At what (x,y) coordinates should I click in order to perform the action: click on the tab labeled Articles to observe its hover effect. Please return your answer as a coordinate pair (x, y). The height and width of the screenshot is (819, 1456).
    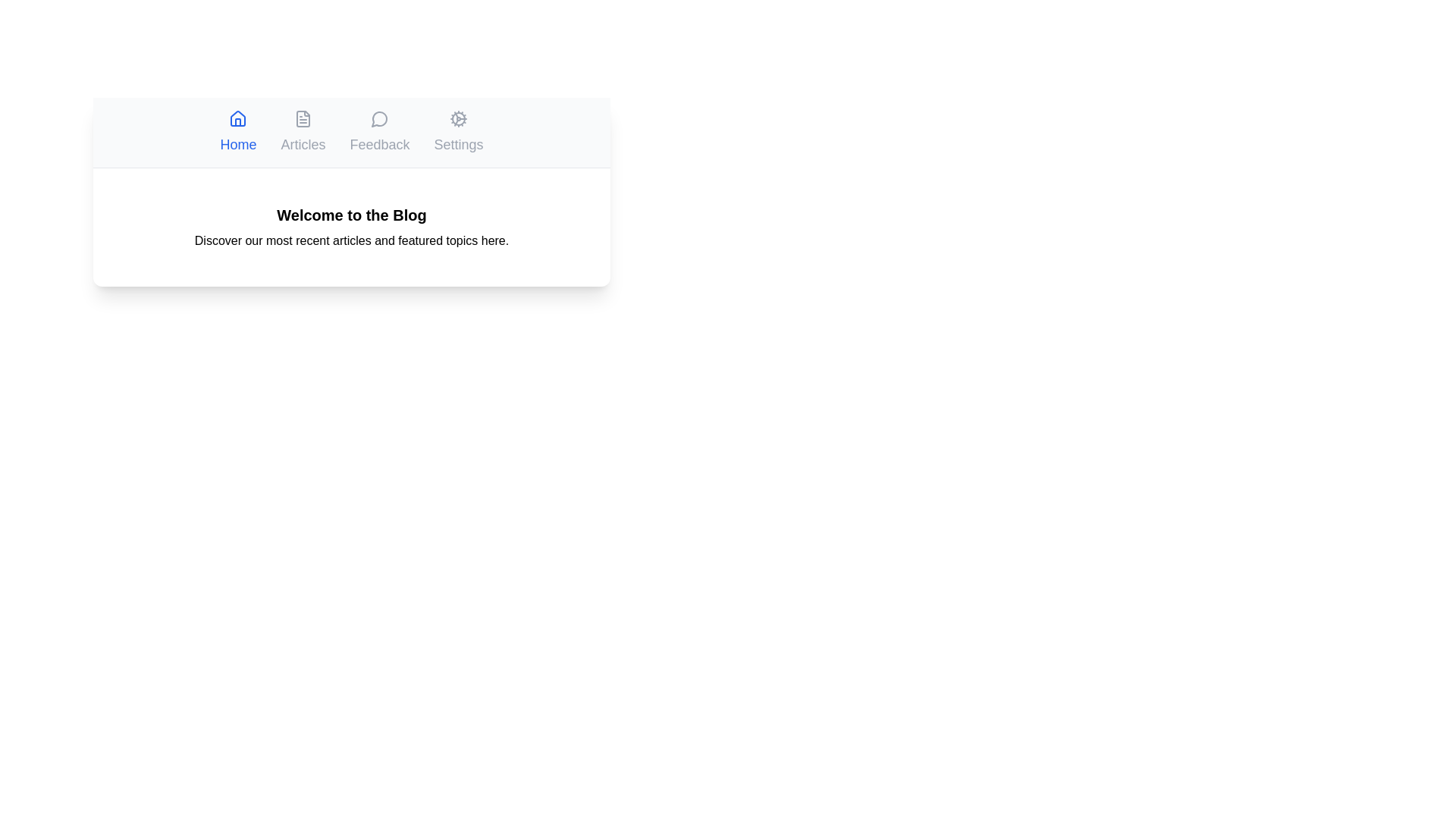
    Looking at the image, I should click on (303, 131).